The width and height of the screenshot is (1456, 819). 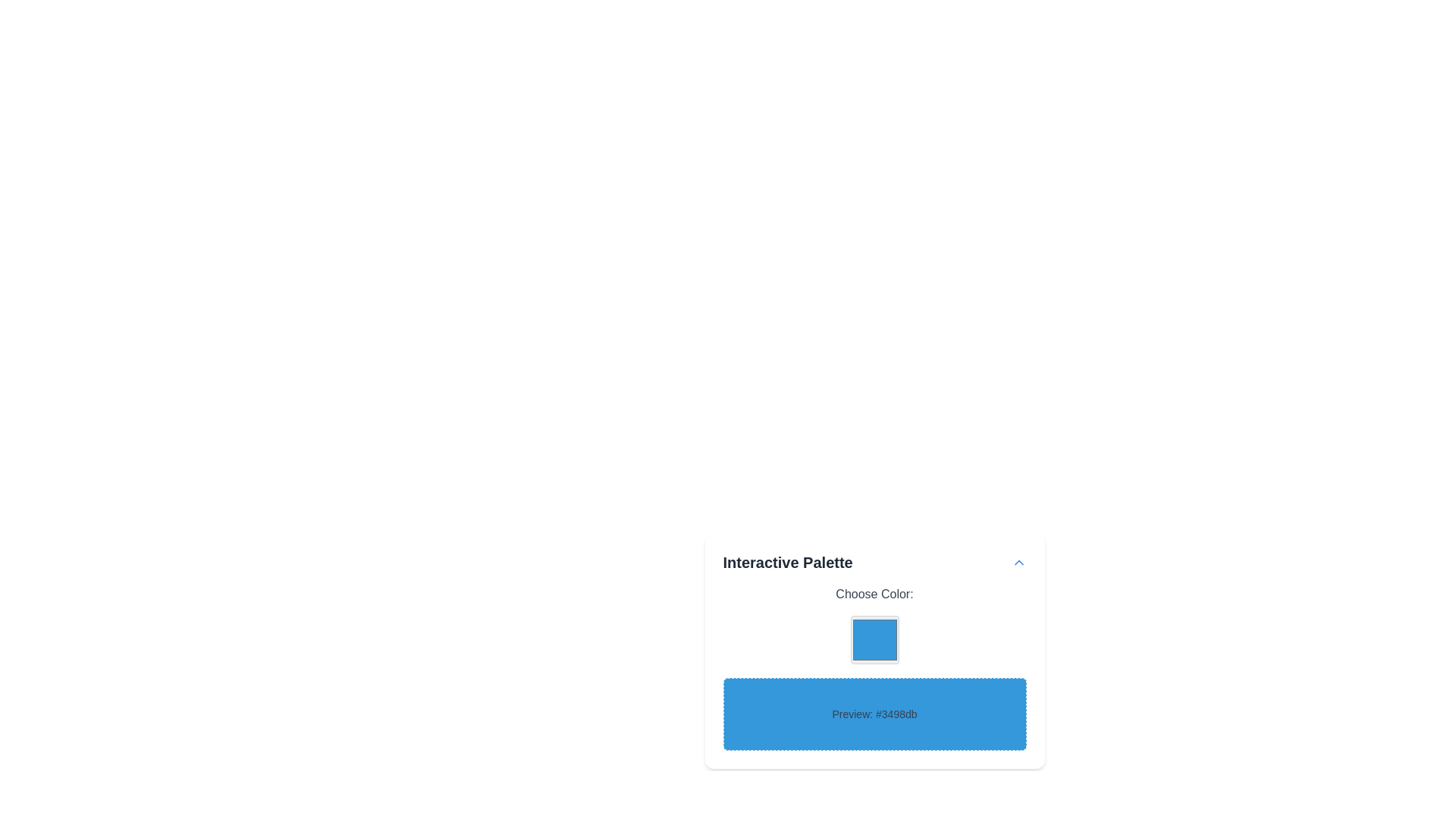 I want to click on the Display box with a blue background, rounded corners, and a dashed border that contains the text 'Preview: #3498db', located within the 'Choose Color:' section, so click(x=874, y=714).